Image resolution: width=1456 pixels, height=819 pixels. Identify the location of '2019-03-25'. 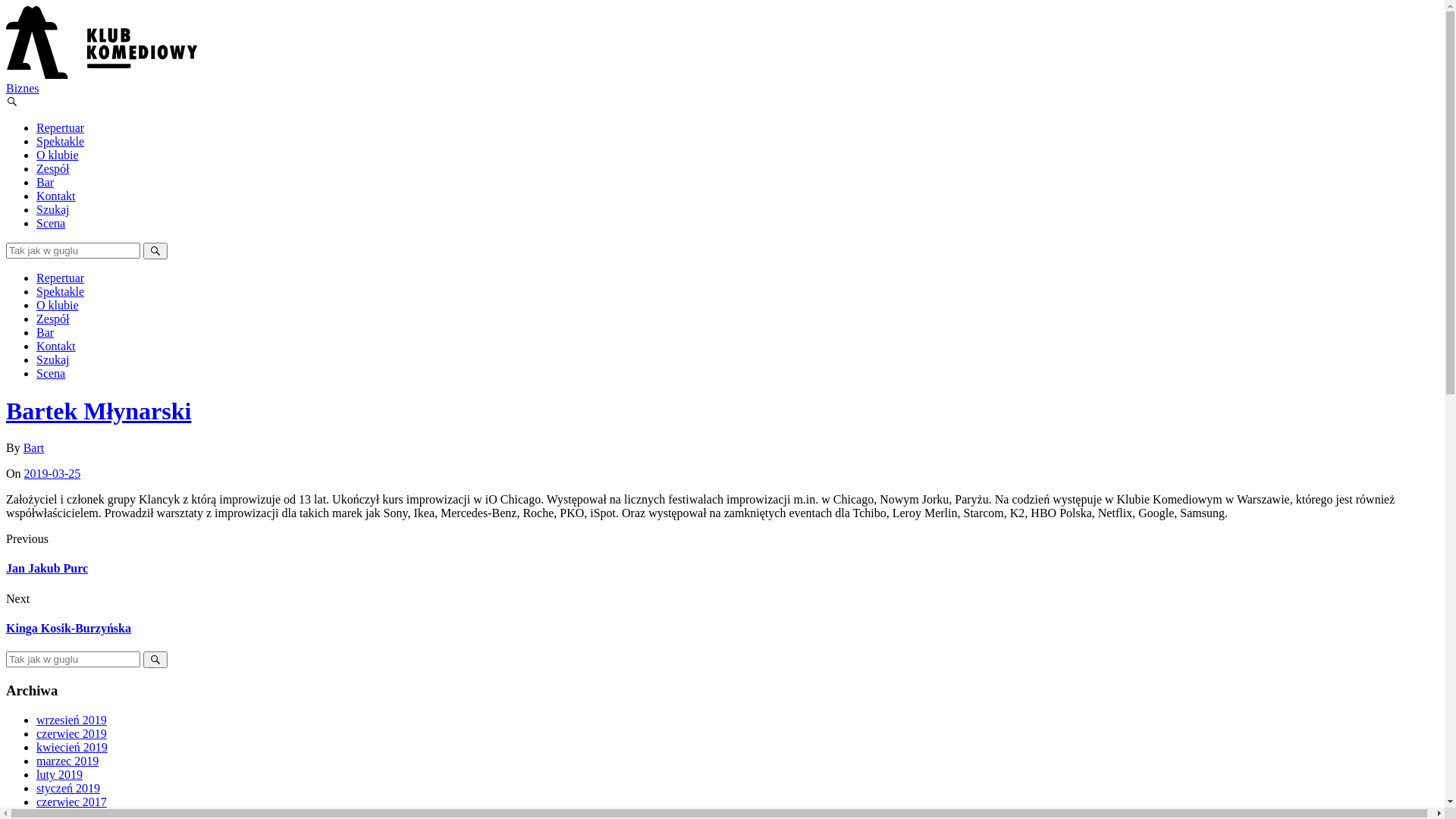
(24, 472).